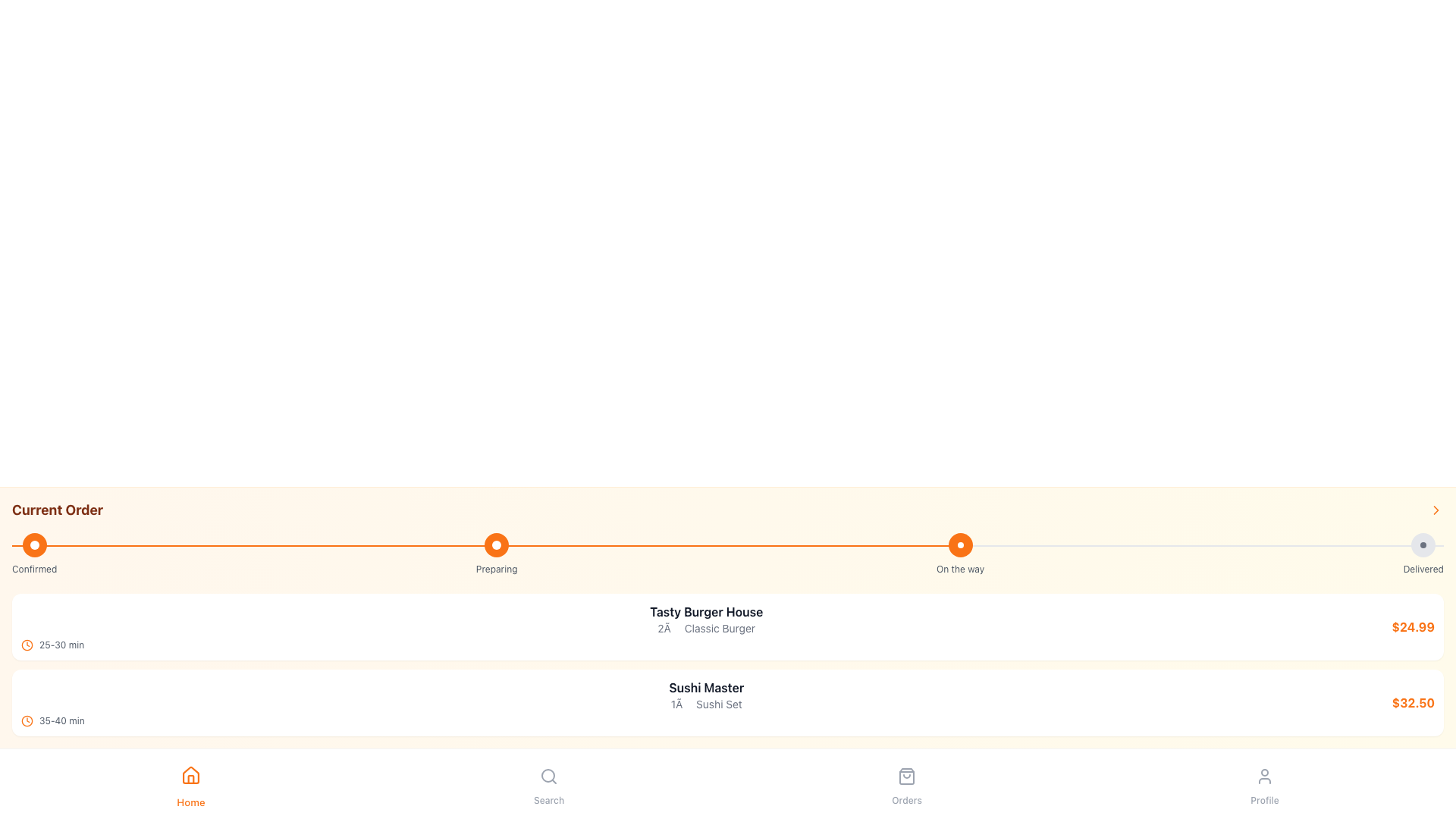 Image resolution: width=1456 pixels, height=819 pixels. Describe the element at coordinates (1265, 783) in the screenshot. I see `the 'Profile' button, which features a circular user icon above the label 'Profile'` at that location.